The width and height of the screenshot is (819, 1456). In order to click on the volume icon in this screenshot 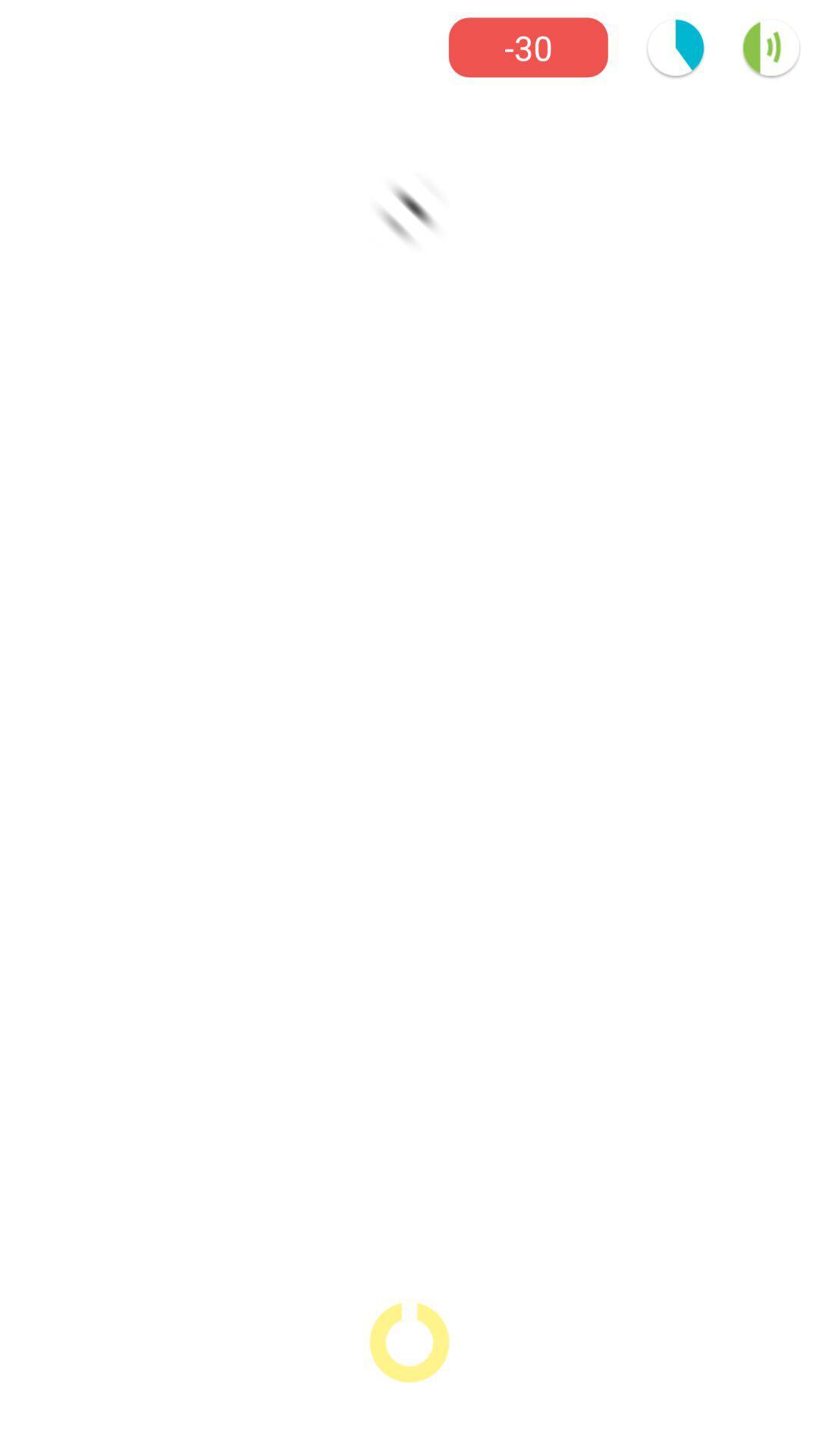, I will do `click(771, 47)`.